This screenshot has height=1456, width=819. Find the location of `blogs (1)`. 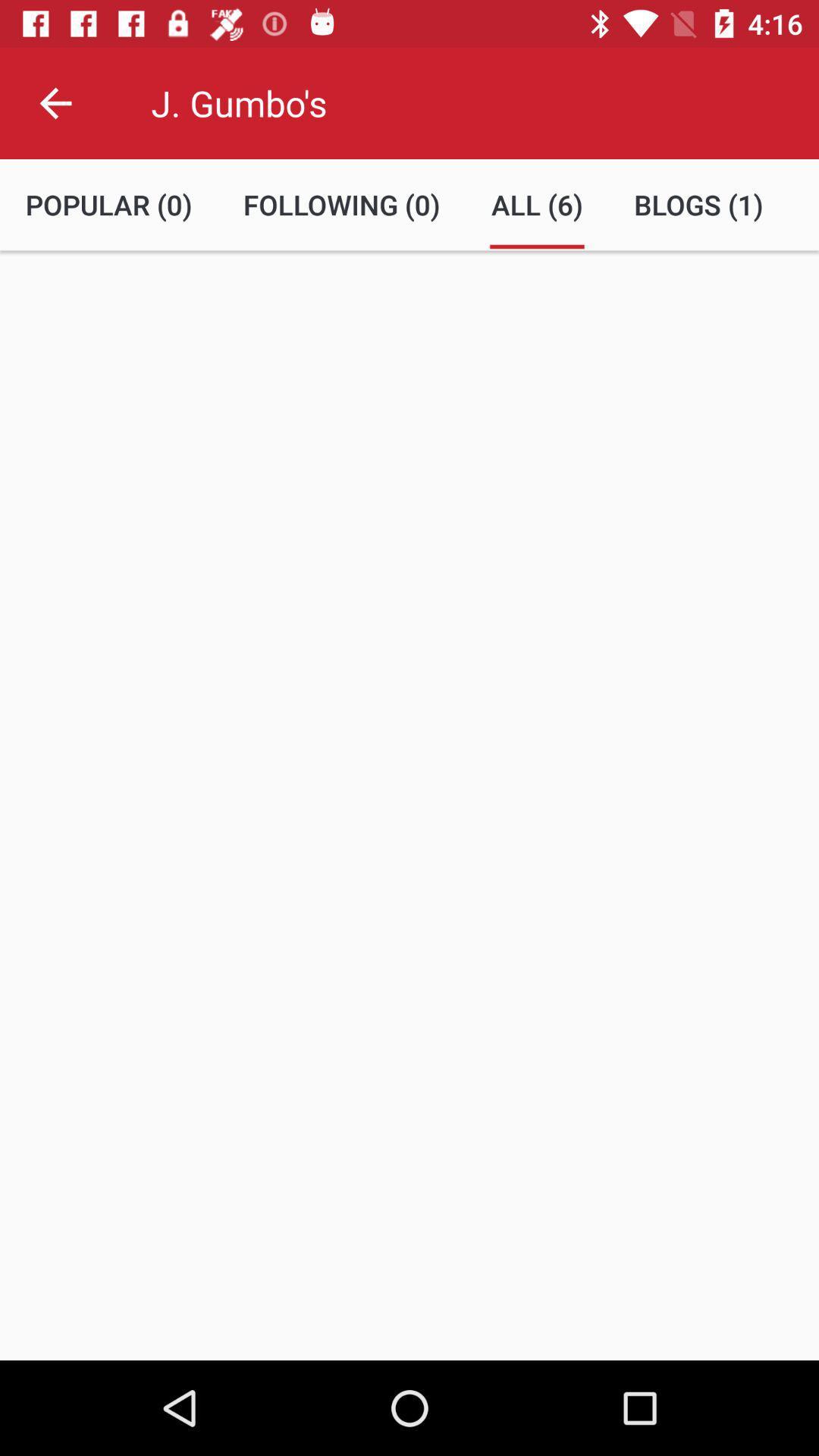

blogs (1) is located at coordinates (698, 204).